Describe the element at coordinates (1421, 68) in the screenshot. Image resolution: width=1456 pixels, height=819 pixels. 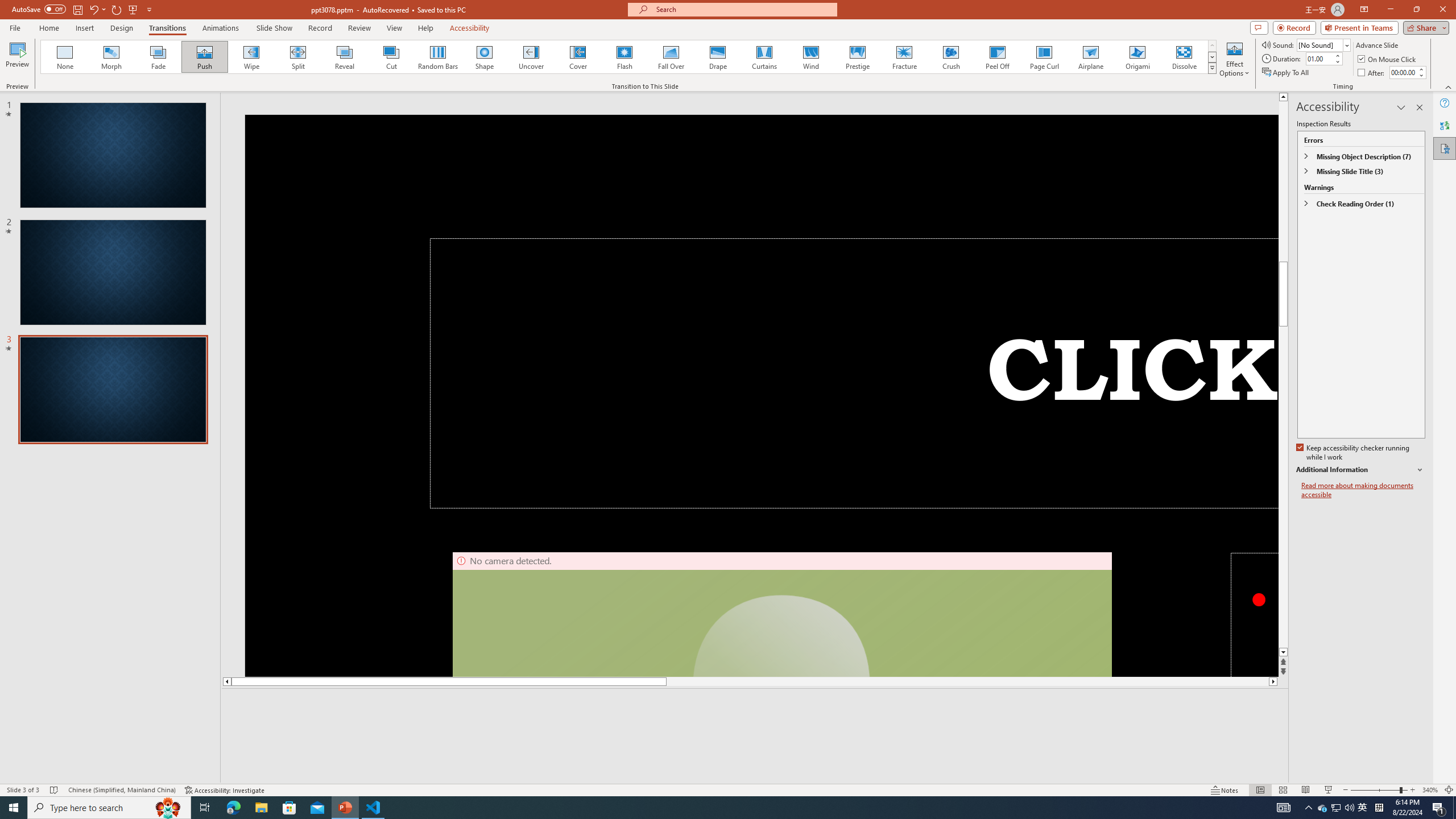
I see `'More'` at that location.